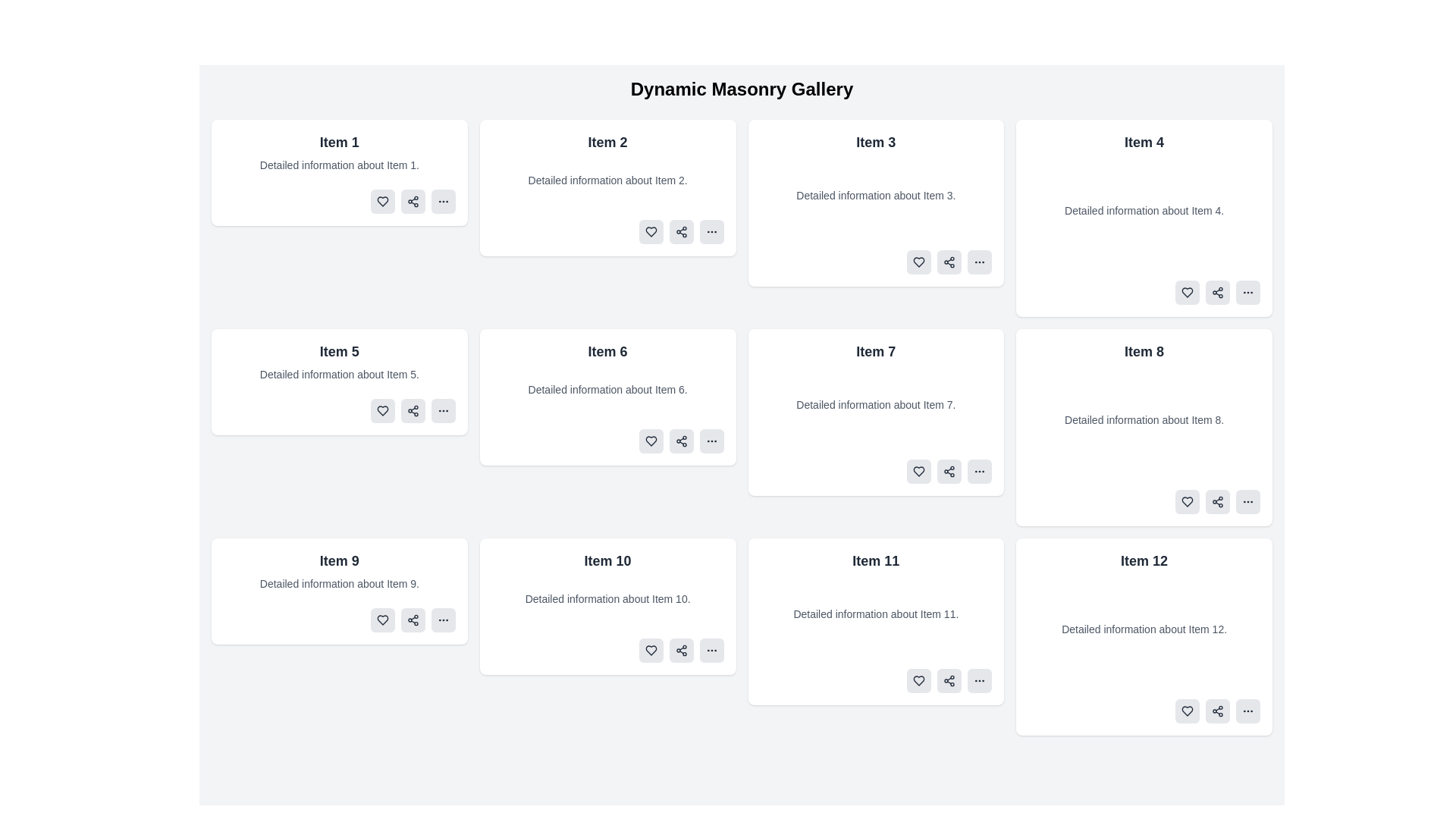 This screenshot has height=819, width=1456. Describe the element at coordinates (338, 583) in the screenshot. I see `the text element that provides additional information about 'Item 9', located directly below its title within the card` at that location.